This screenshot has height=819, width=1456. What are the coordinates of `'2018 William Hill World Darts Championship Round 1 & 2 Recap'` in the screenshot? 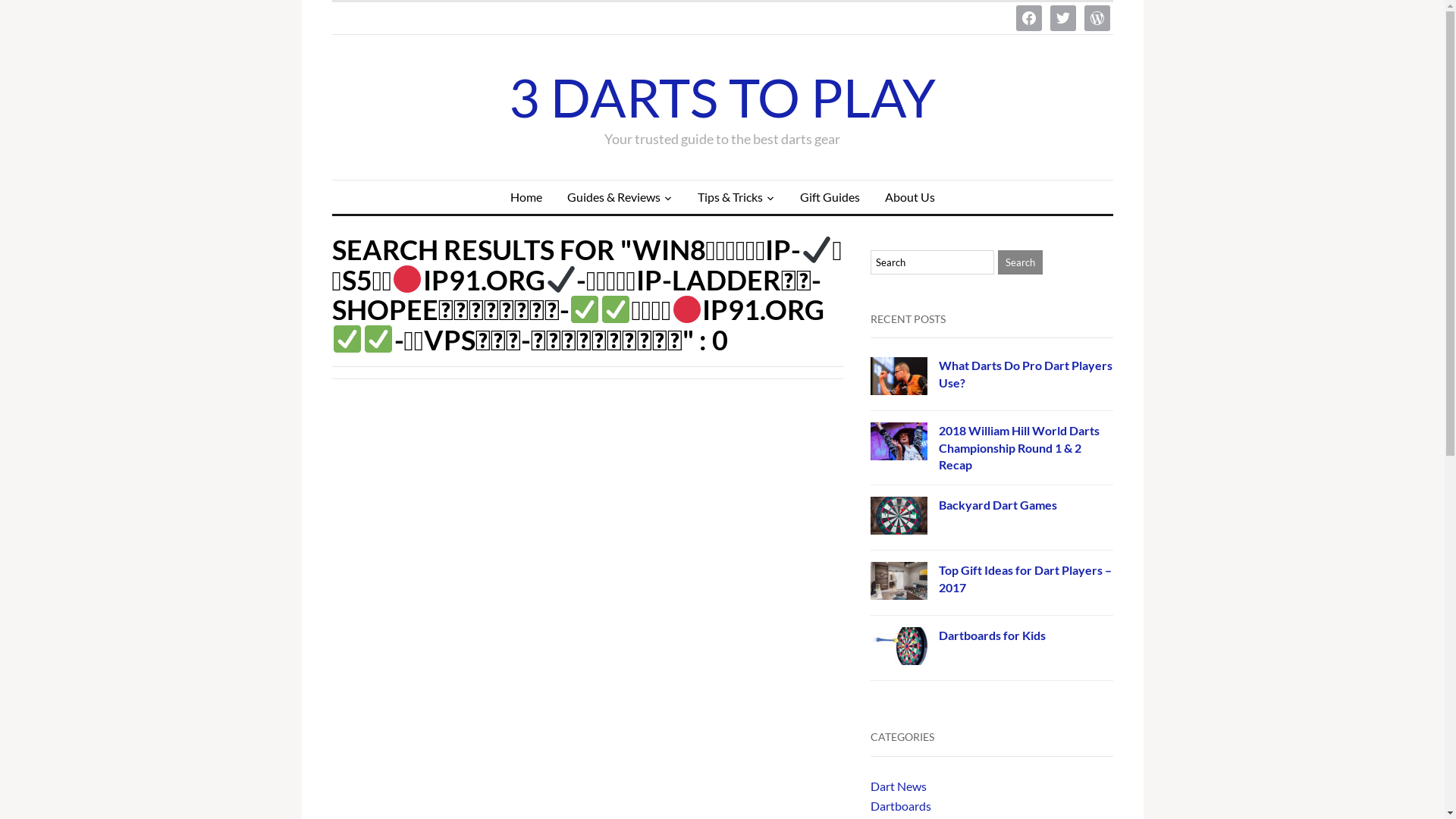 It's located at (1019, 447).